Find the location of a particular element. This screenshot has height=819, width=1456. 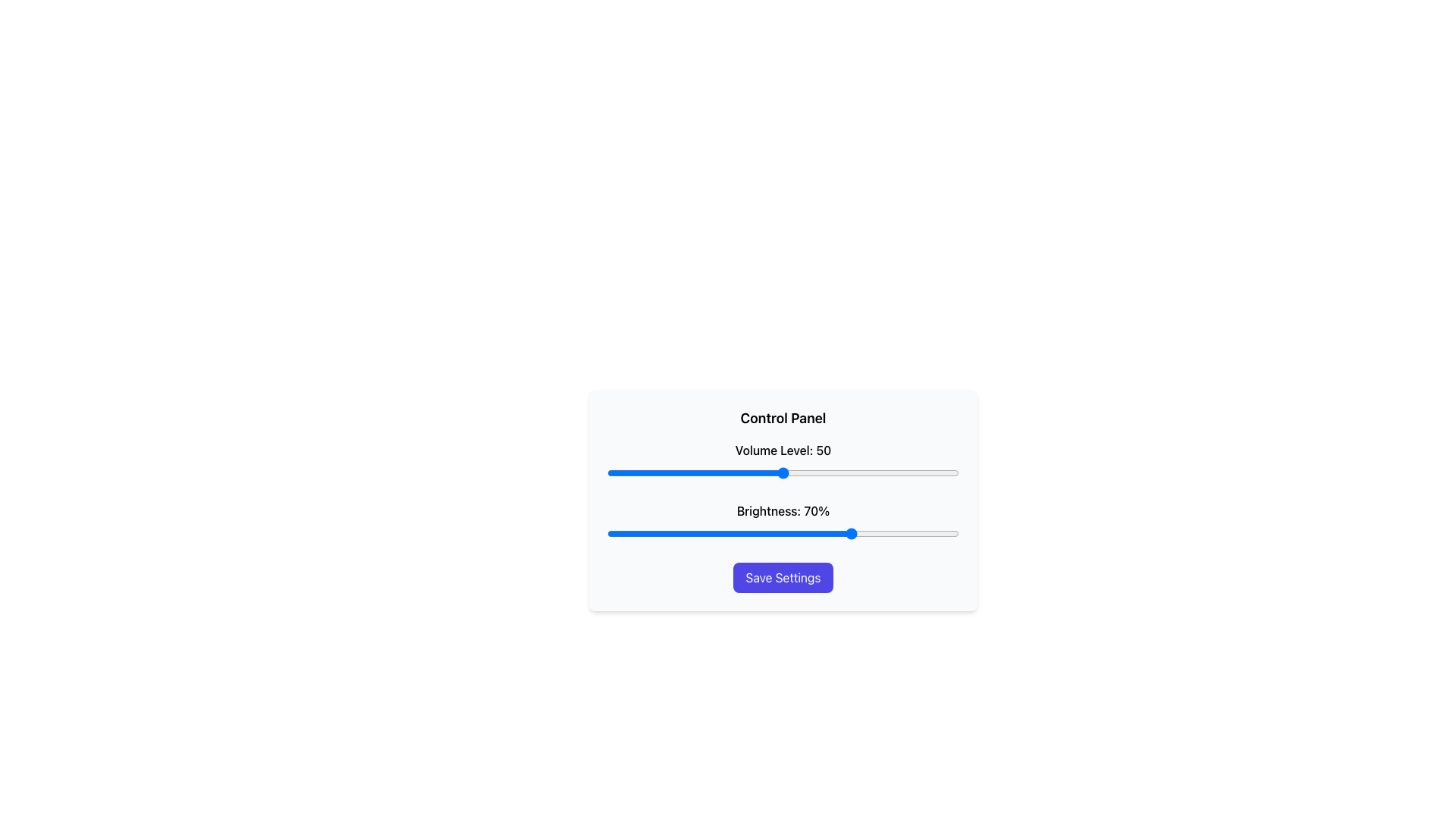

brightness is located at coordinates (821, 533).